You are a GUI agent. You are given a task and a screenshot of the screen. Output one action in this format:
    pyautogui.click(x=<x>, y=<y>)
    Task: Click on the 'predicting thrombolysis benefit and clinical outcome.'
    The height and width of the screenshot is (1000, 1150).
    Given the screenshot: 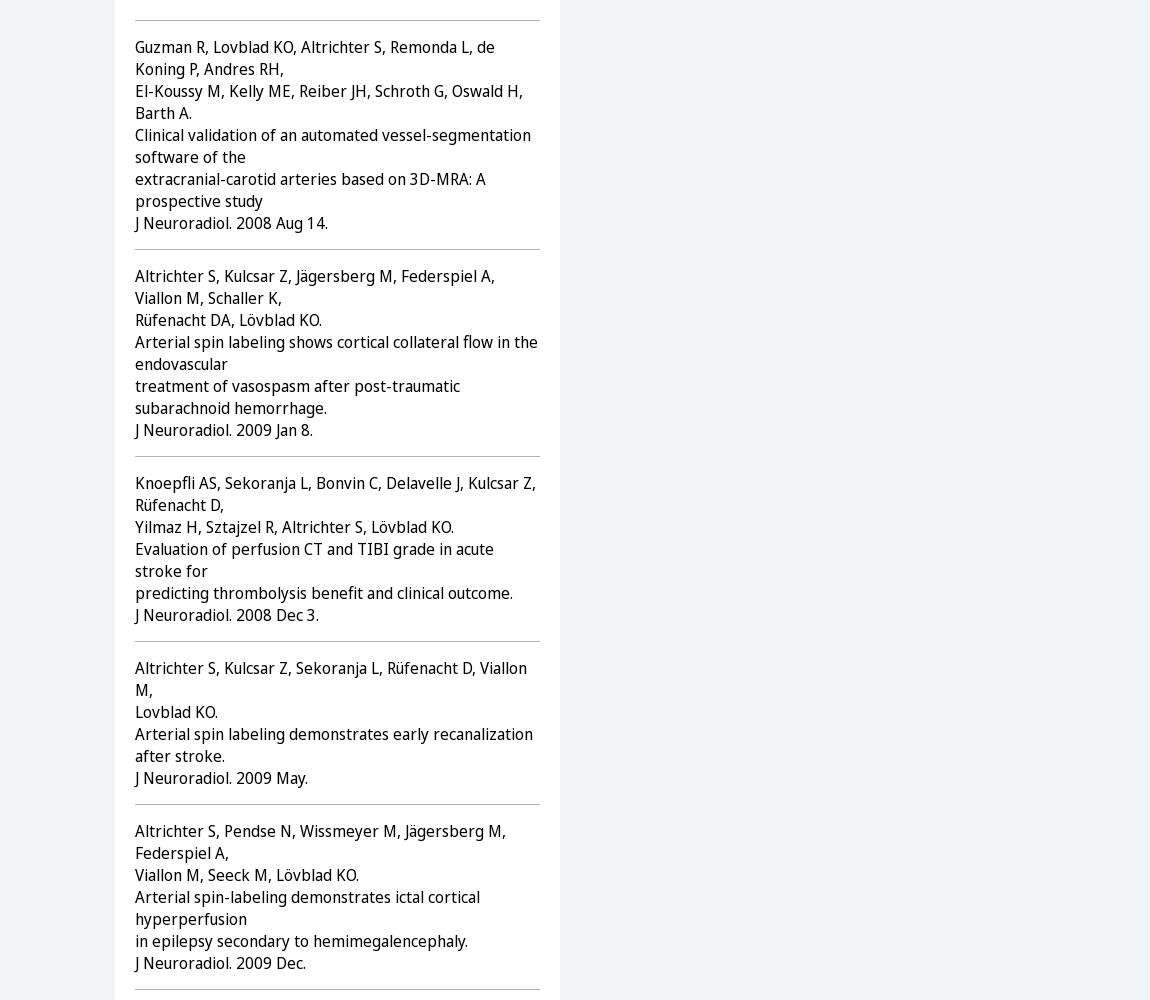 What is the action you would take?
    pyautogui.click(x=323, y=591)
    